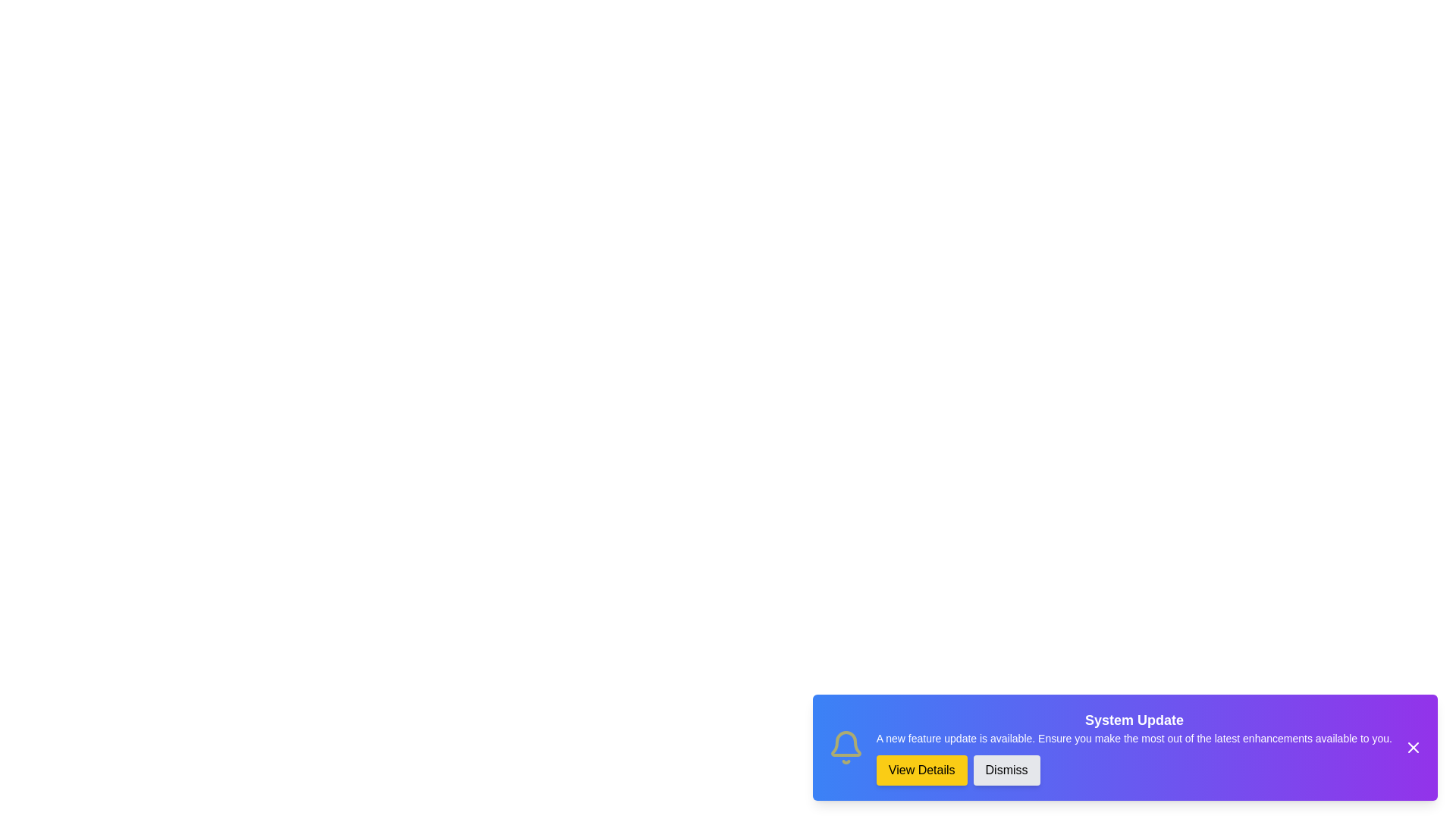 The image size is (1456, 819). What do you see at coordinates (1006, 770) in the screenshot?
I see `the 'Dismiss' button to hide the snackbar` at bounding box center [1006, 770].